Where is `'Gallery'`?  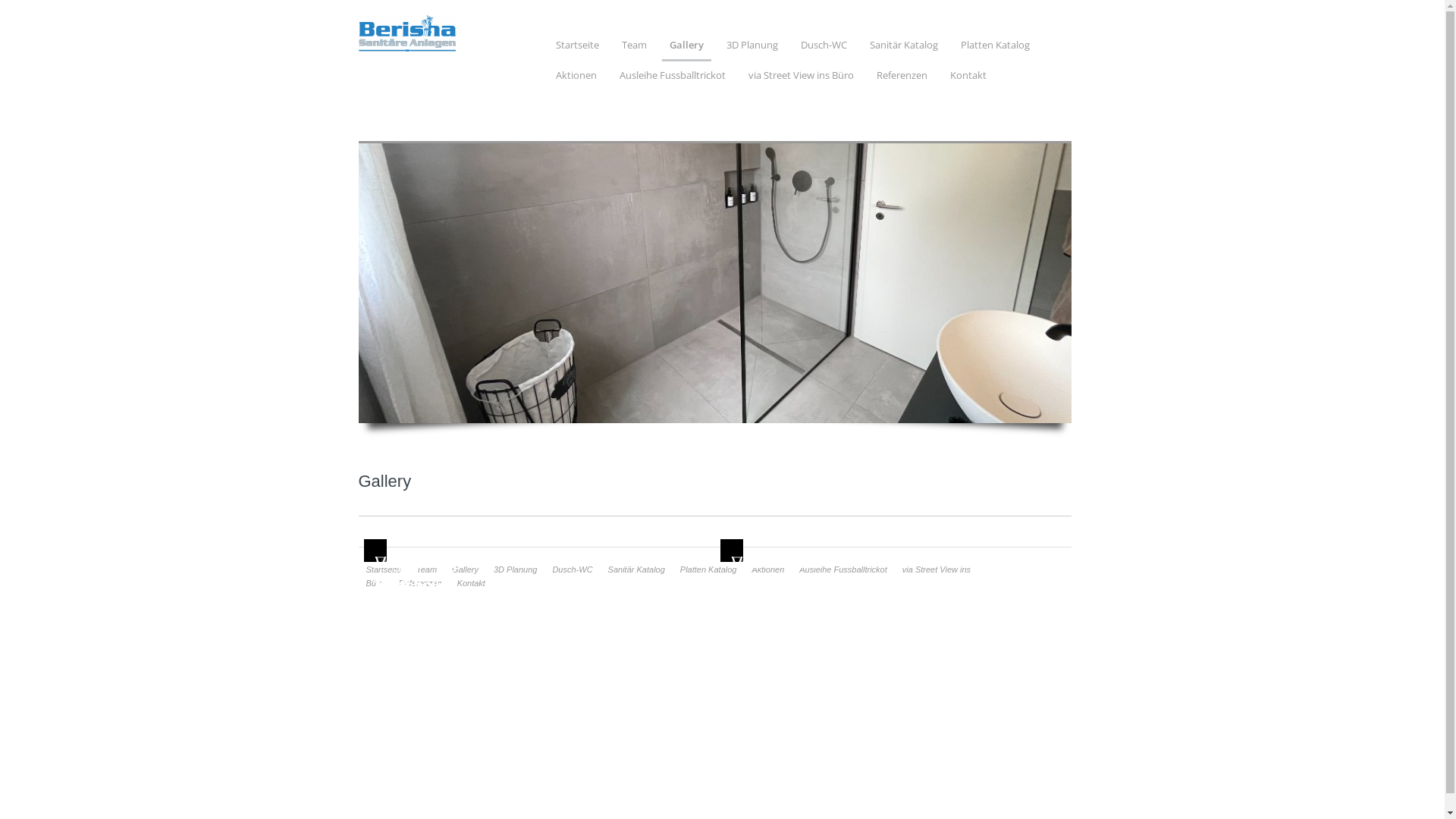
'Gallery' is located at coordinates (685, 49).